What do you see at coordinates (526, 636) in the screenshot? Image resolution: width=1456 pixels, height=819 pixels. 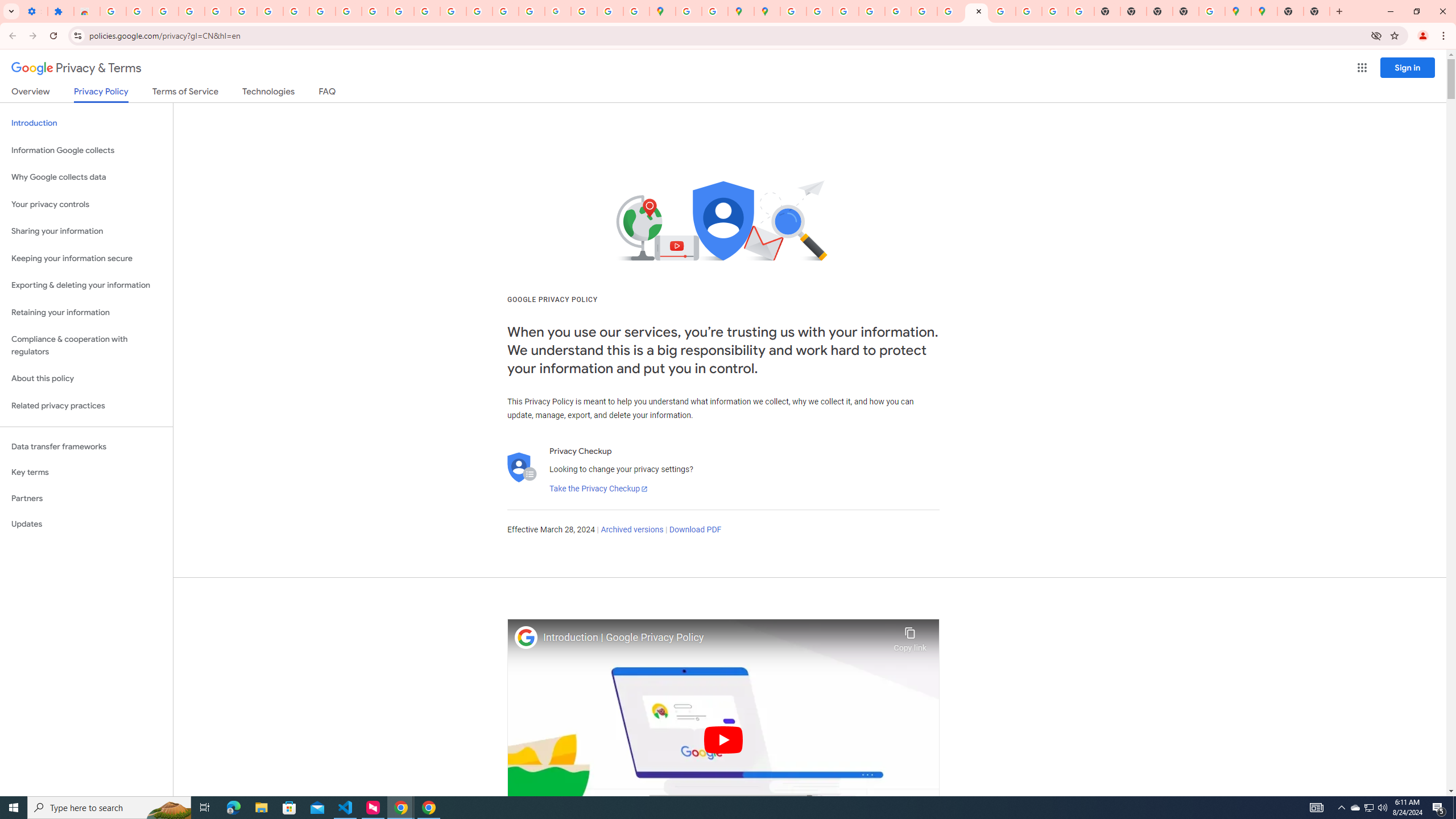 I see `'Photo image of Google'` at bounding box center [526, 636].